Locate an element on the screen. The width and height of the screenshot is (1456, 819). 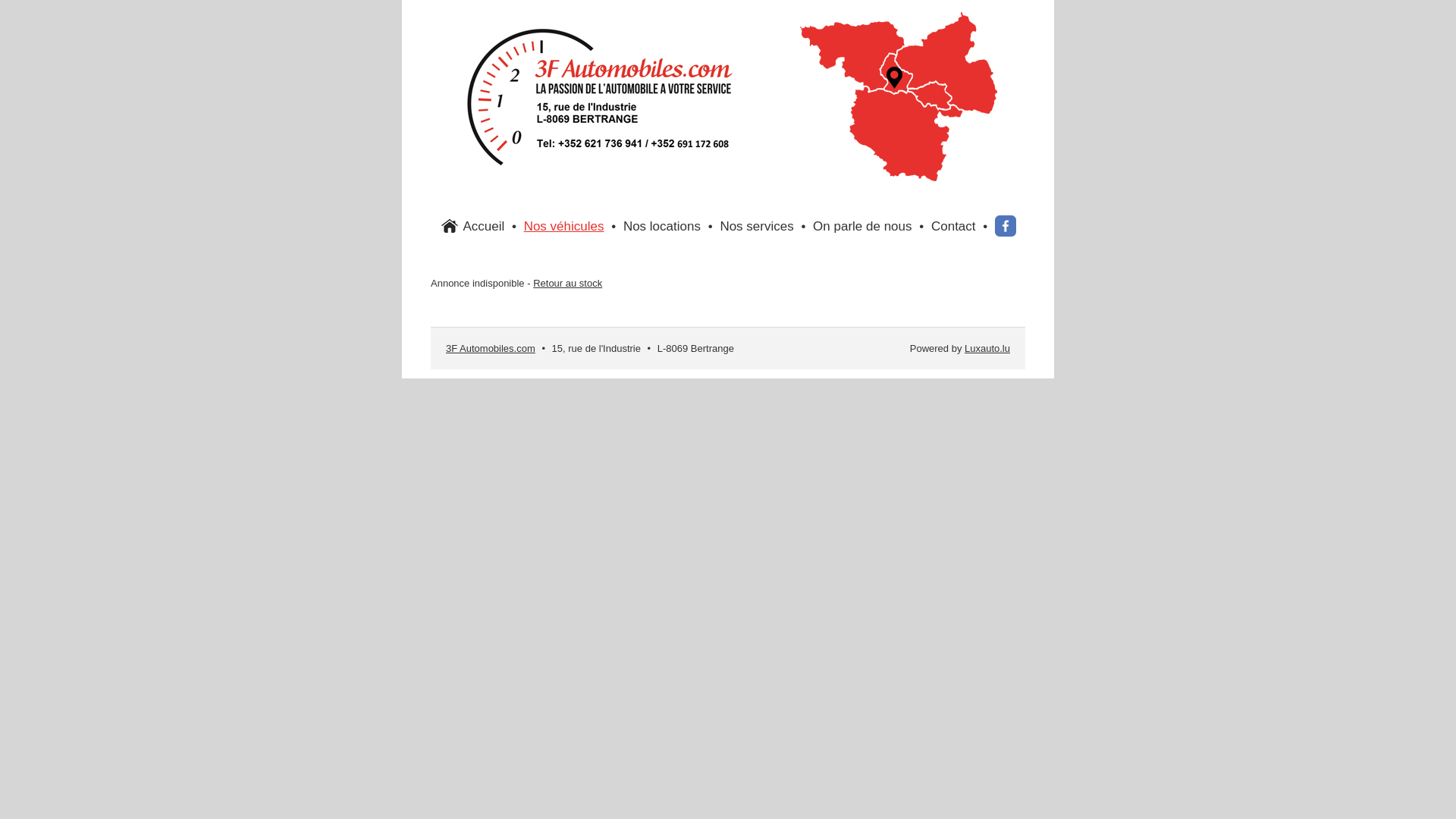
'Accueil' is located at coordinates (482, 226).